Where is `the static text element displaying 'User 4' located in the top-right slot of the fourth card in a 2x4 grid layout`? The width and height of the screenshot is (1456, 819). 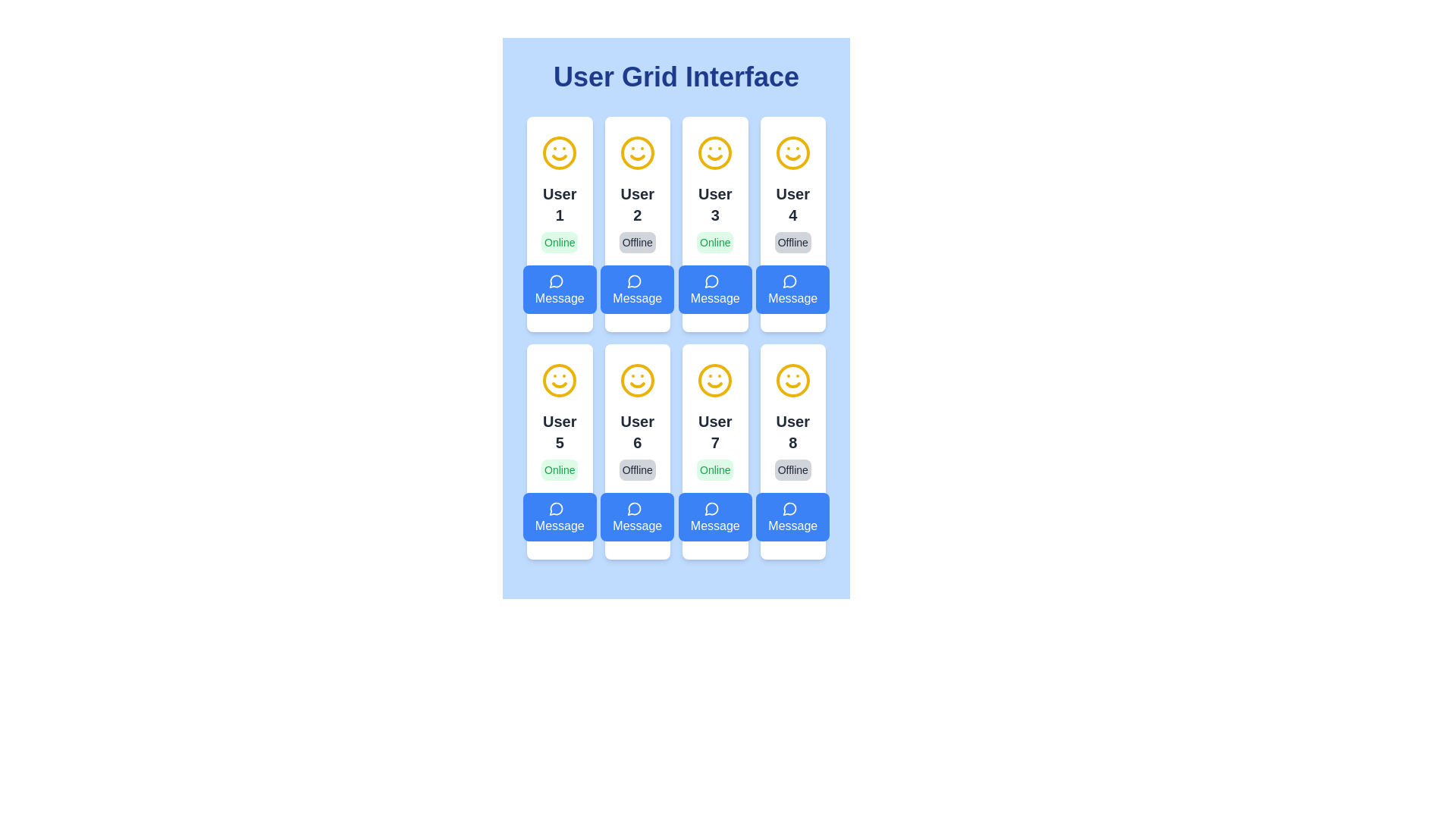 the static text element displaying 'User 4' located in the top-right slot of the fourth card in a 2x4 grid layout is located at coordinates (792, 205).